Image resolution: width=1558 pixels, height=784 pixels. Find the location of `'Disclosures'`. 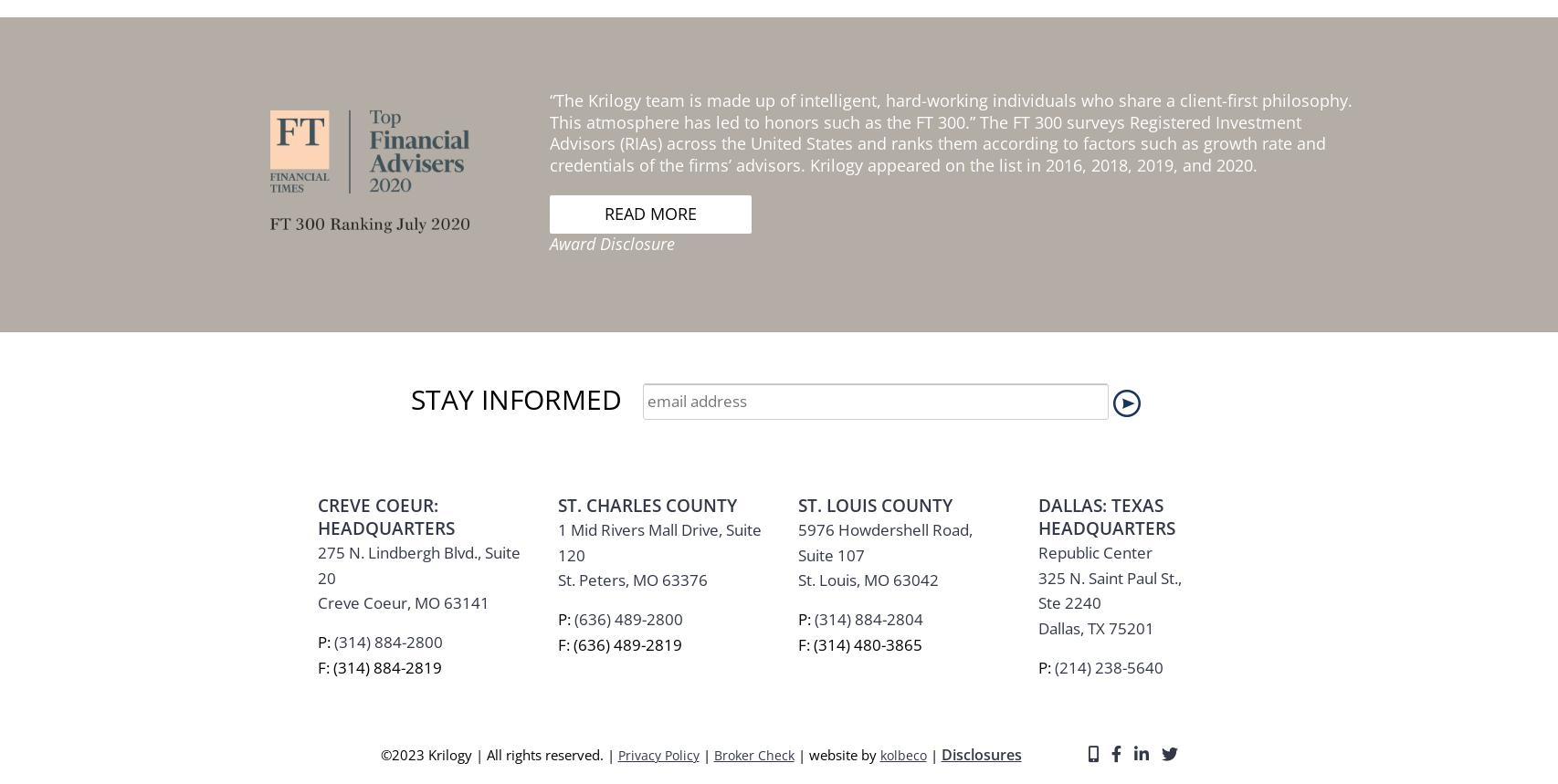

'Disclosures' is located at coordinates (980, 273).